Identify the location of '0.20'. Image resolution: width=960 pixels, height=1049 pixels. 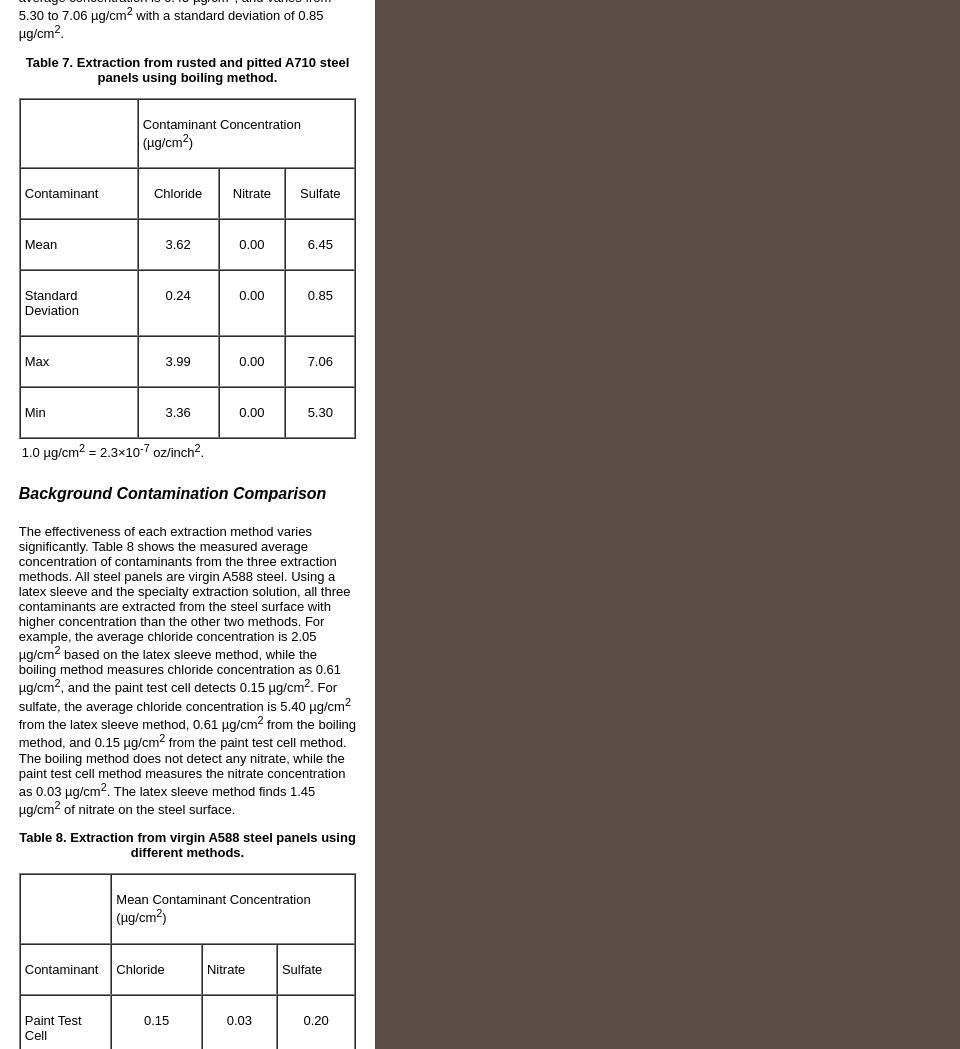
(315, 1019).